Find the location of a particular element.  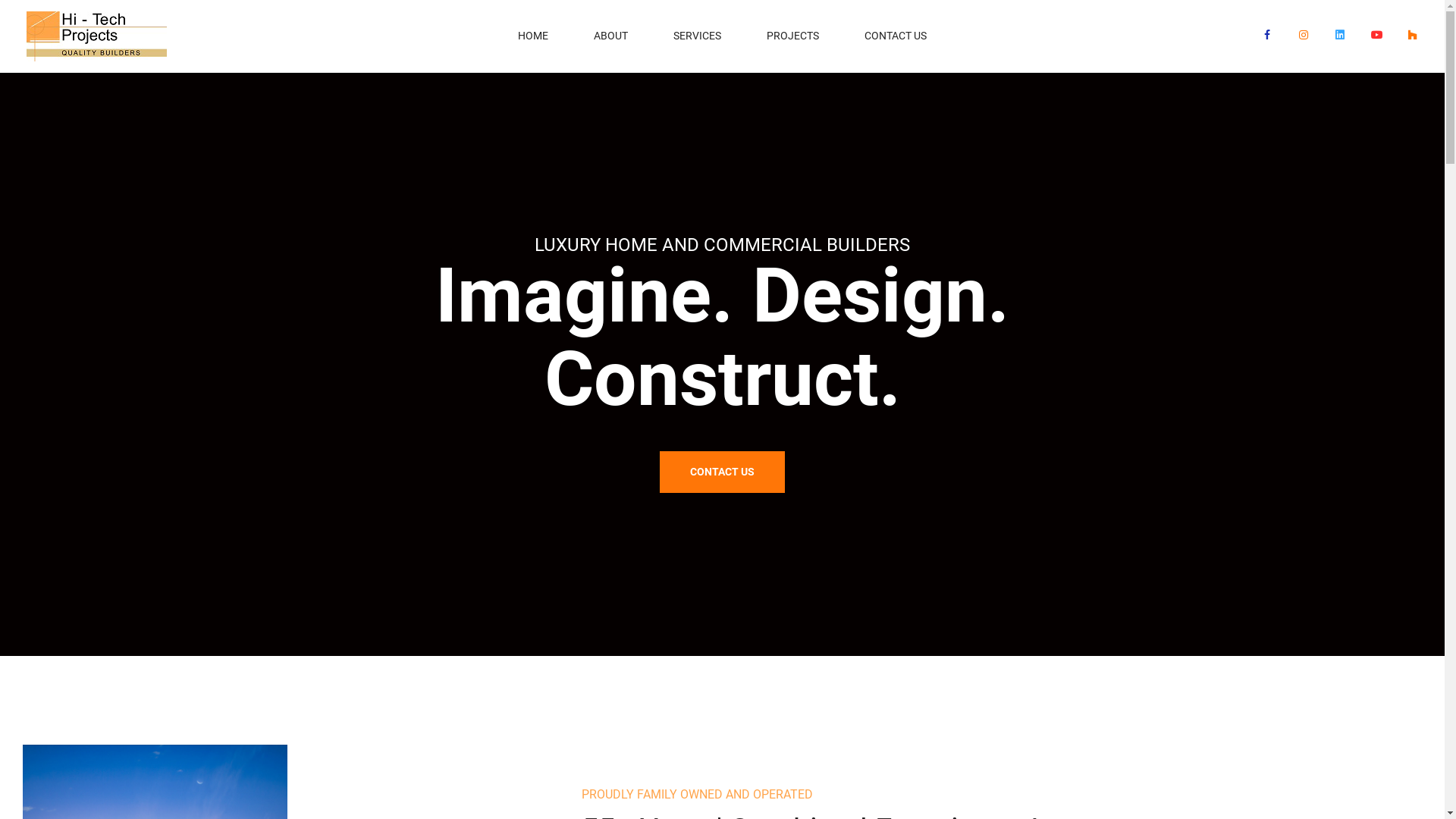

'ABOUT' is located at coordinates (610, 35).